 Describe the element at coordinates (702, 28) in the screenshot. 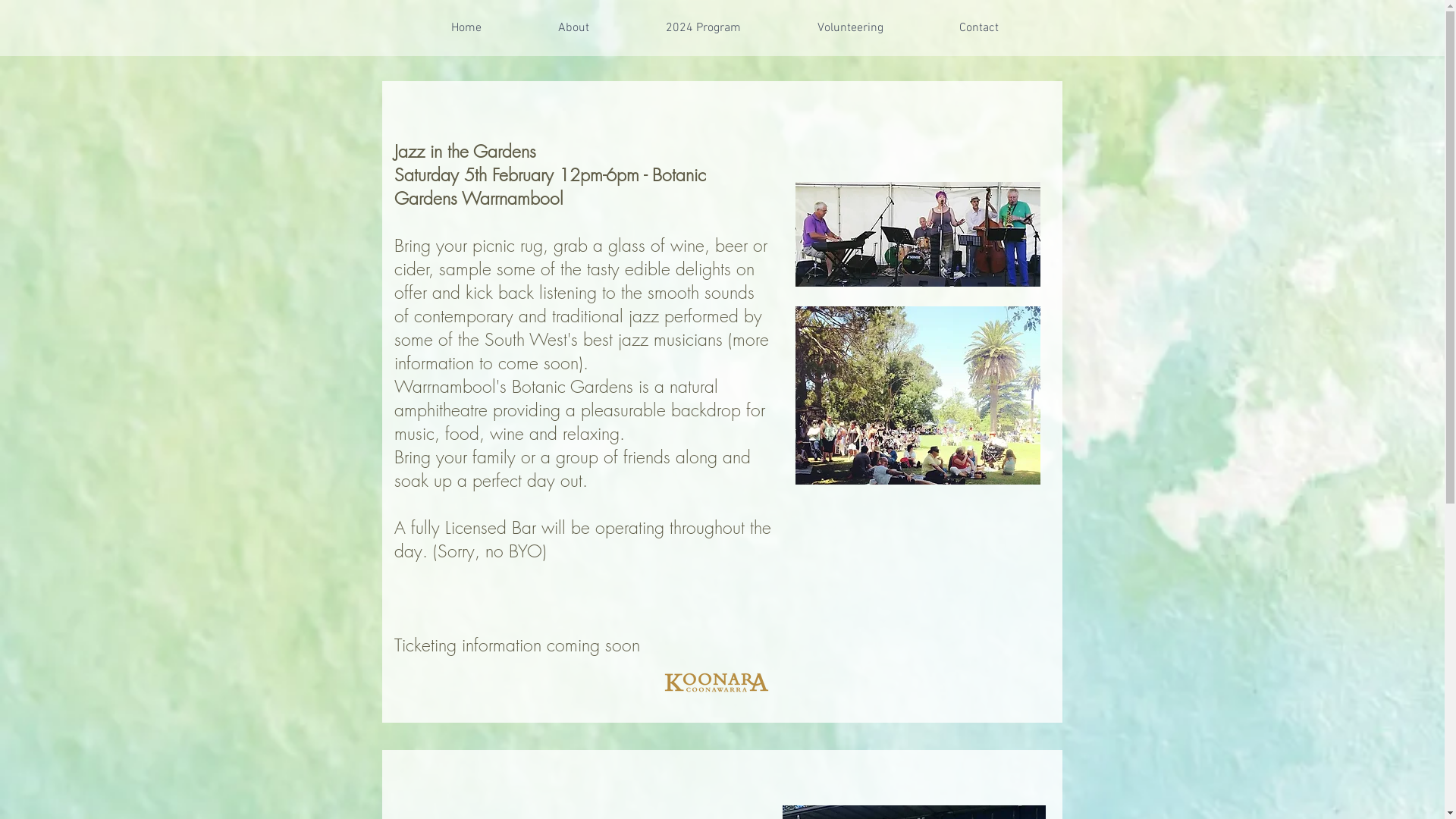

I see `'2024 Program'` at that location.